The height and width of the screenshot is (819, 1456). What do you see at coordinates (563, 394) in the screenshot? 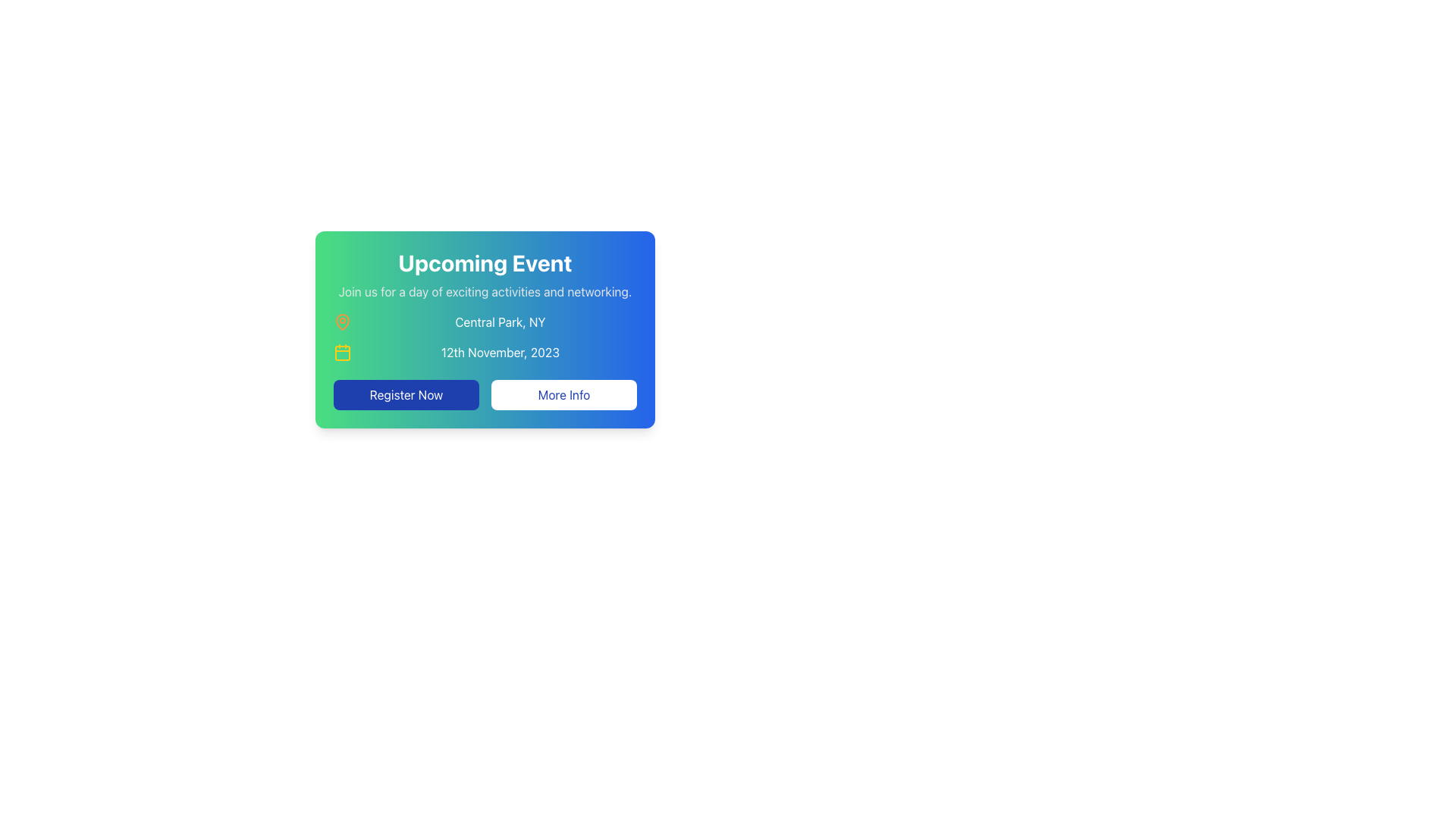
I see `the 'More Info' button, which is a rectangular button with a white background and blue text, located in the bottom-right section of a card component` at bounding box center [563, 394].